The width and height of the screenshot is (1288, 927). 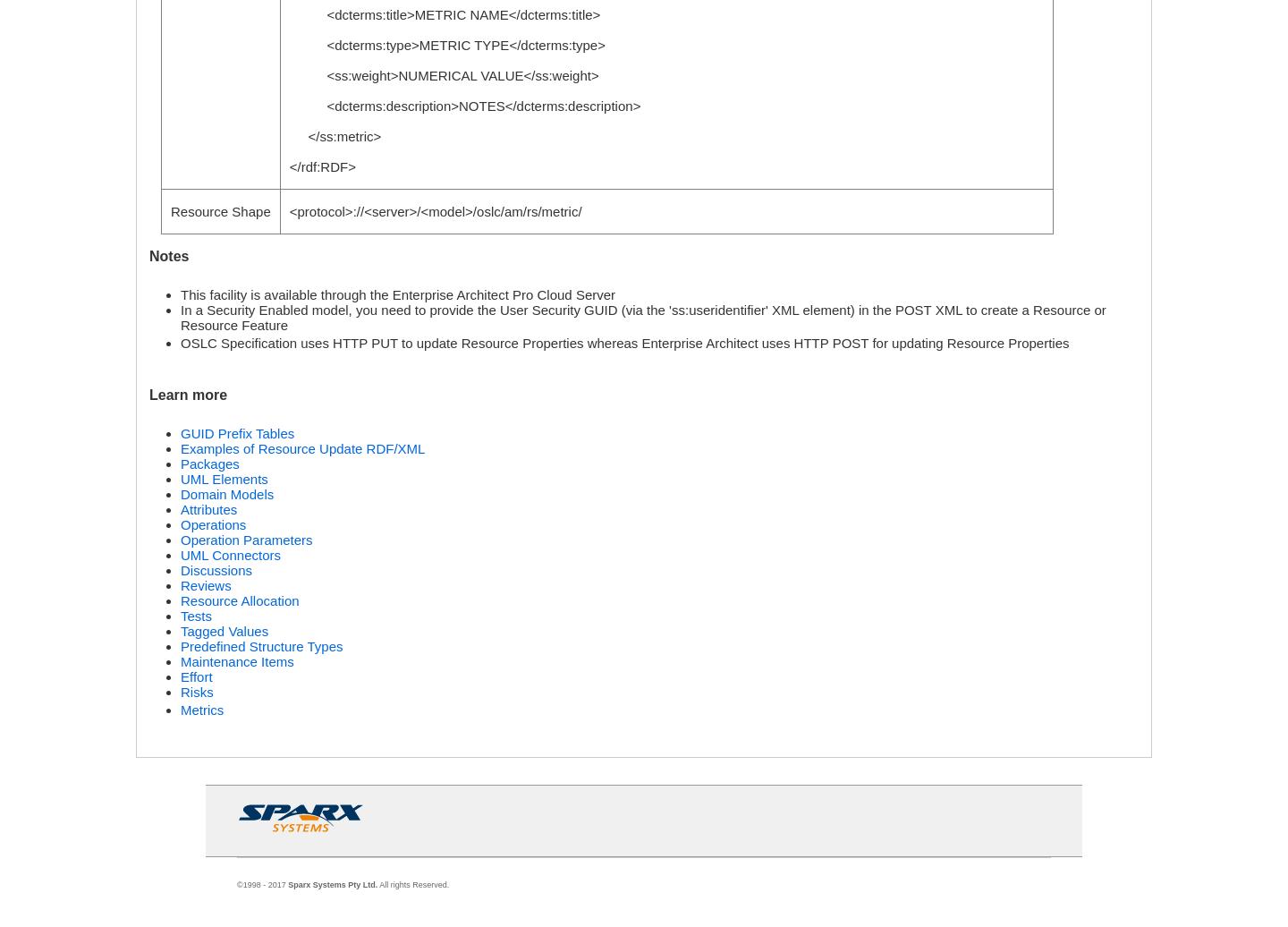 What do you see at coordinates (196, 676) in the screenshot?
I see `'Effort'` at bounding box center [196, 676].